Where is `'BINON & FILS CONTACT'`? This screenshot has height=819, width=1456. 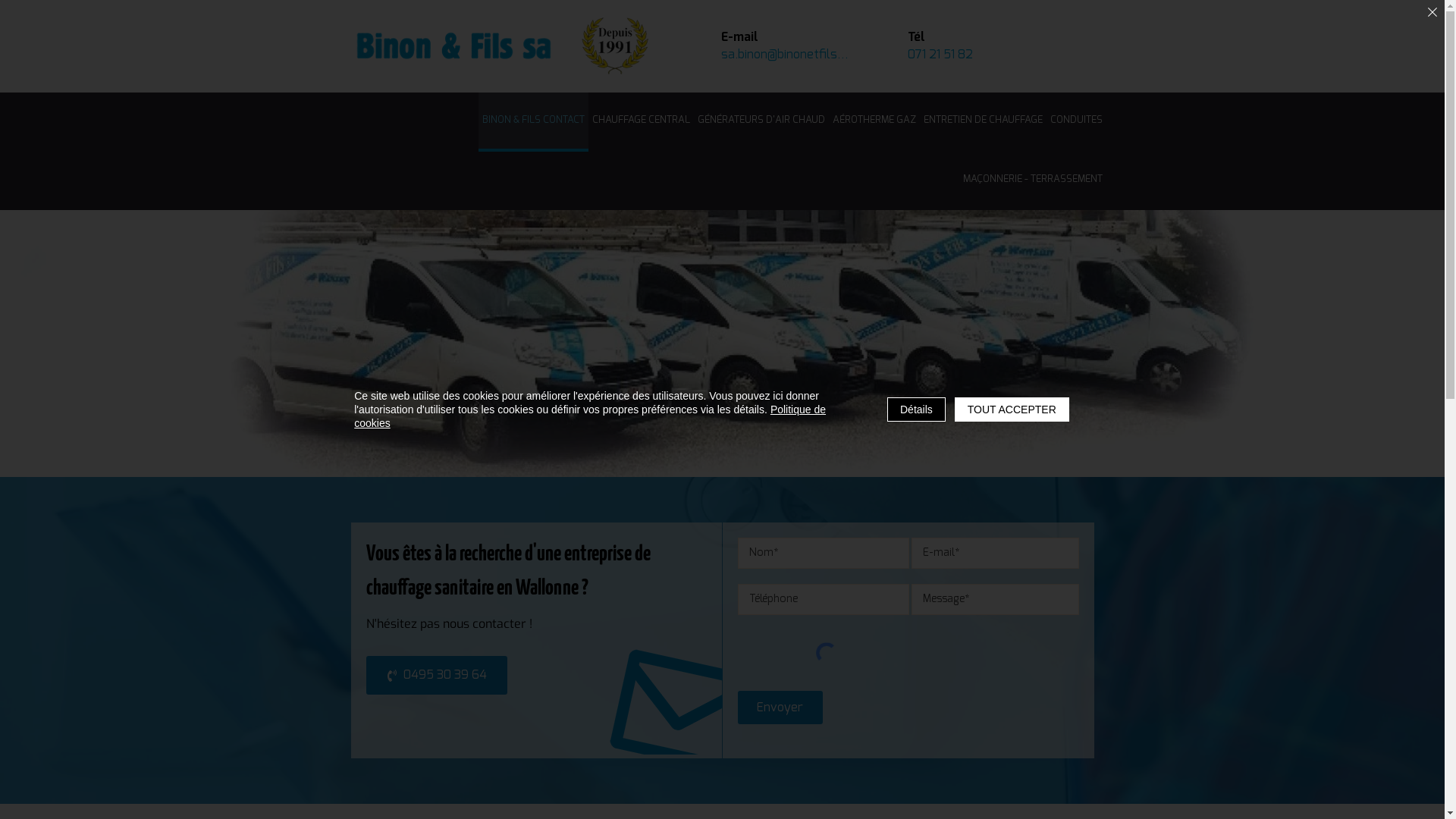 'BINON & FILS CONTACT' is located at coordinates (476, 121).